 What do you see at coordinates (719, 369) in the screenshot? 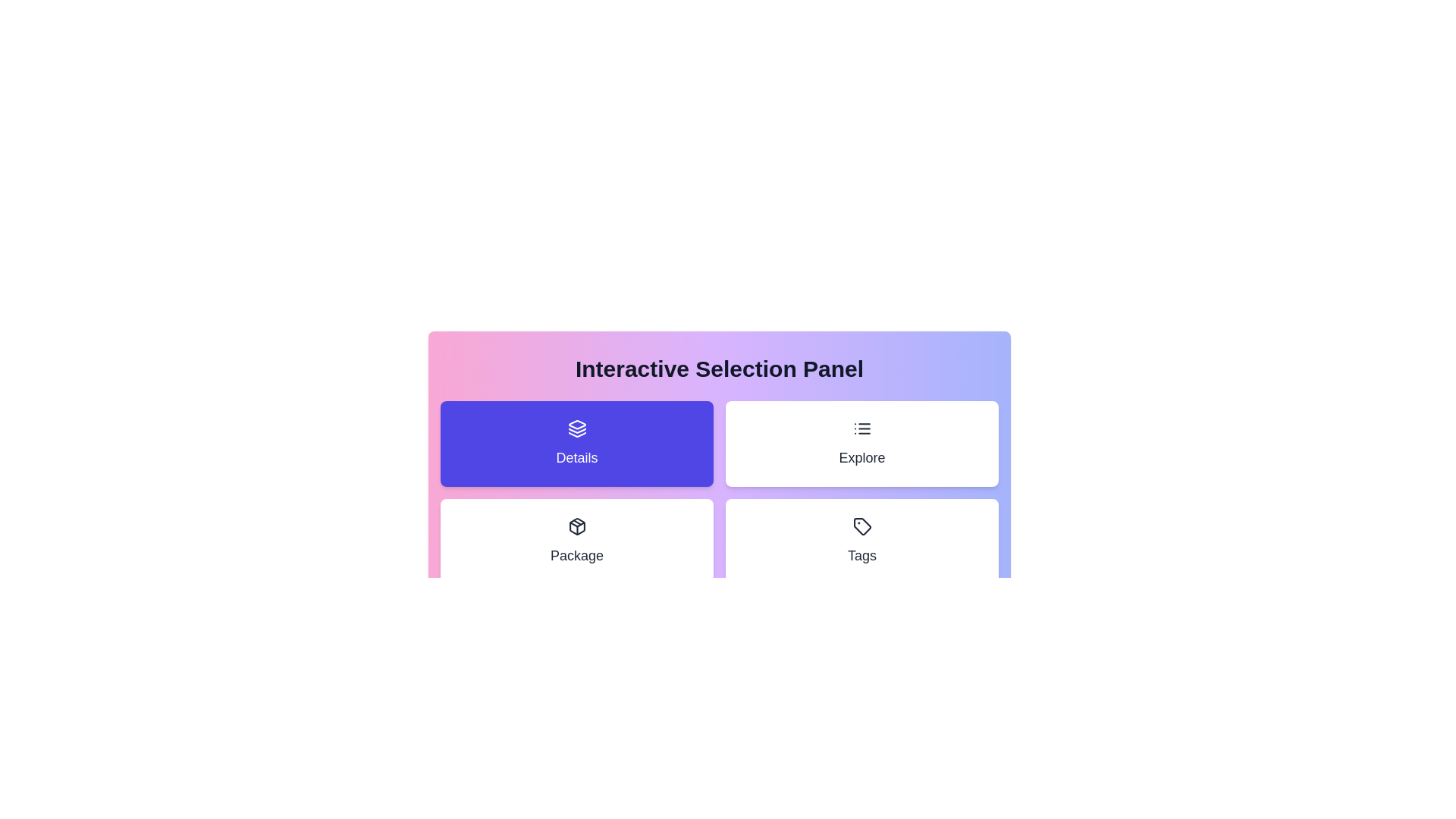
I see `the Text Header that reads 'Interactive Selection Panel', which is styled with a bold font and positioned at the top center of a gradient background panel` at bounding box center [719, 369].